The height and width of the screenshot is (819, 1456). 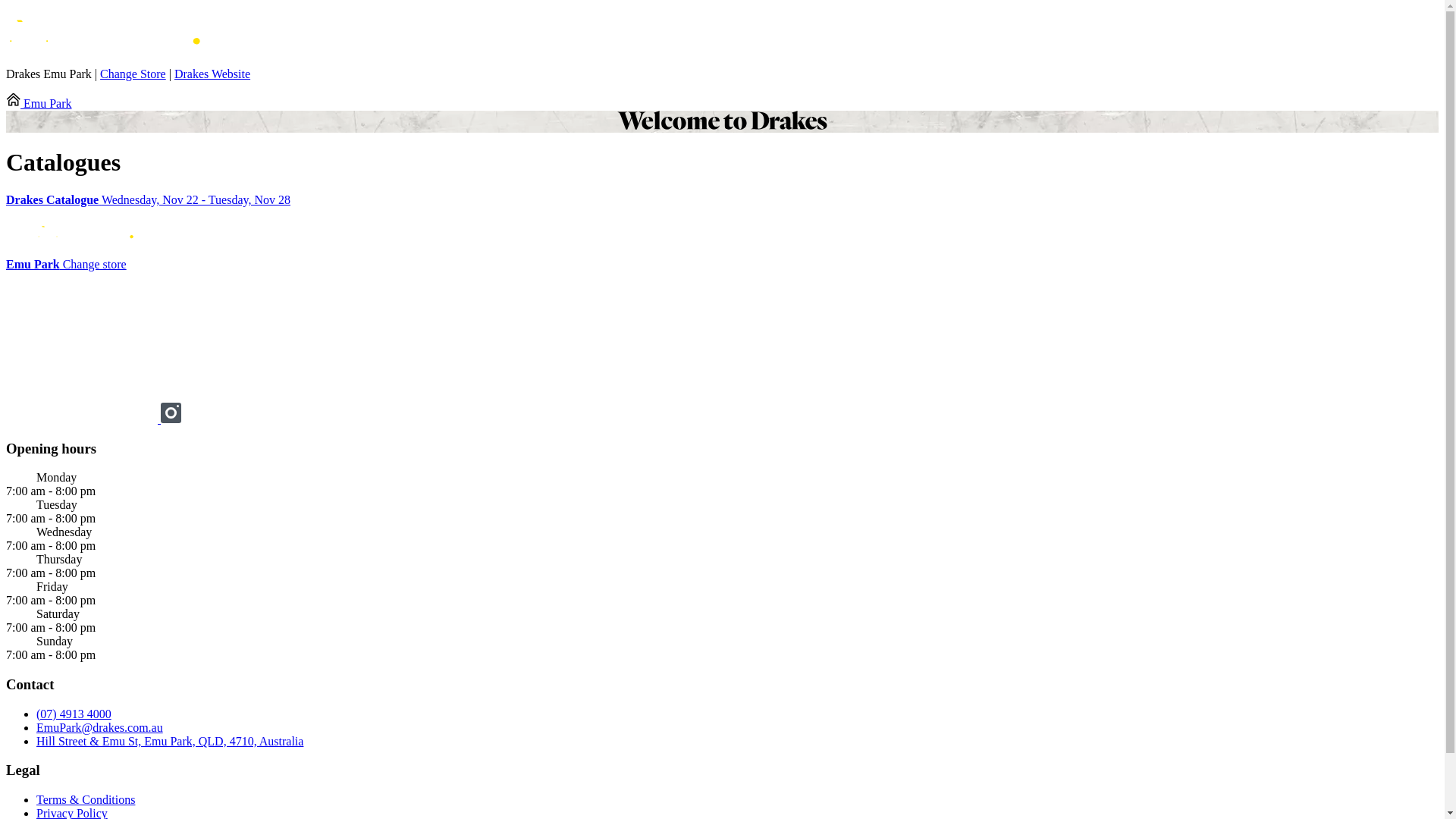 What do you see at coordinates (85, 799) in the screenshot?
I see `'Terms & Conditions'` at bounding box center [85, 799].